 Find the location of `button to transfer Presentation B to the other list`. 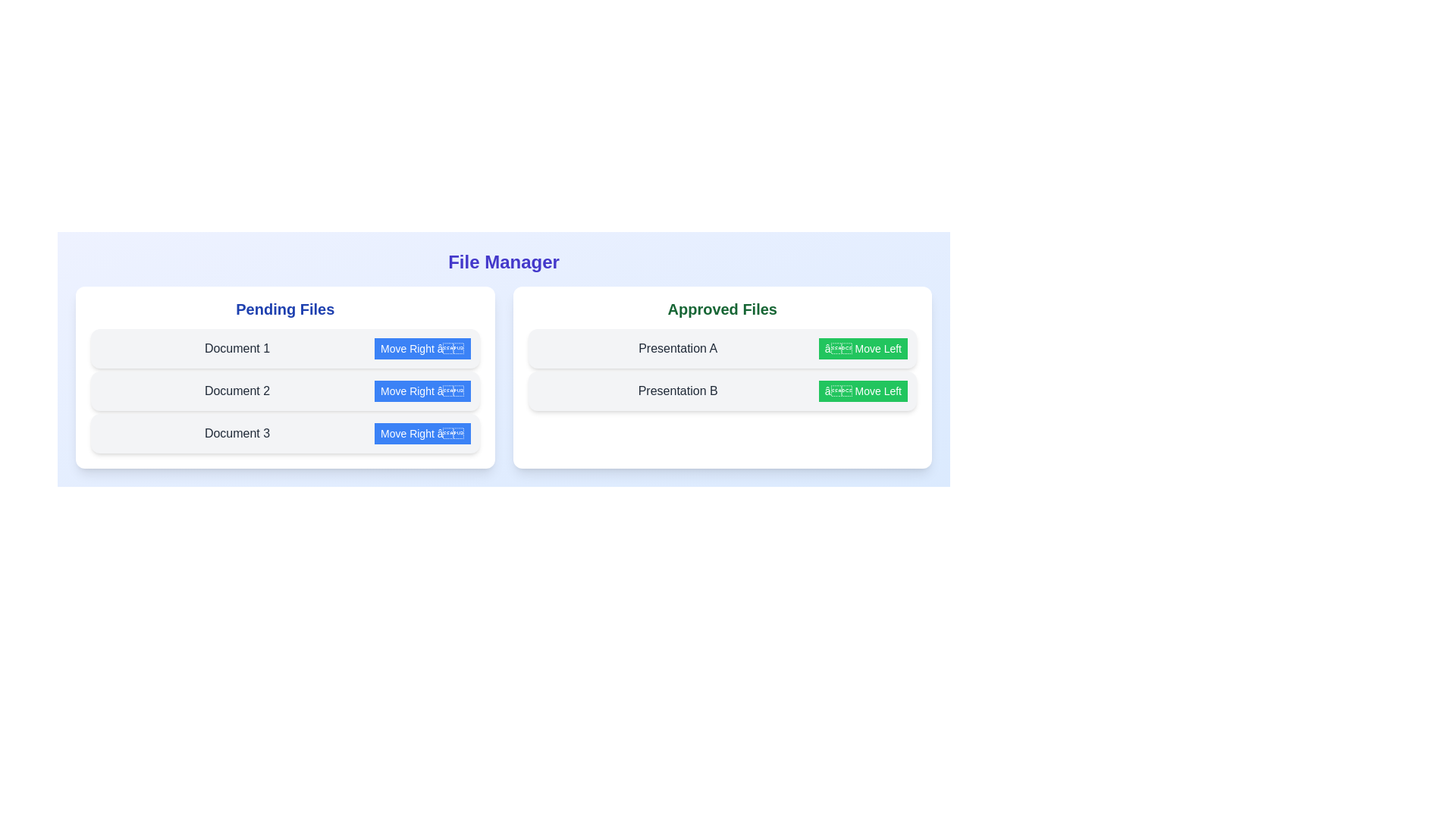

button to transfer Presentation B to the other list is located at coordinates (863, 391).